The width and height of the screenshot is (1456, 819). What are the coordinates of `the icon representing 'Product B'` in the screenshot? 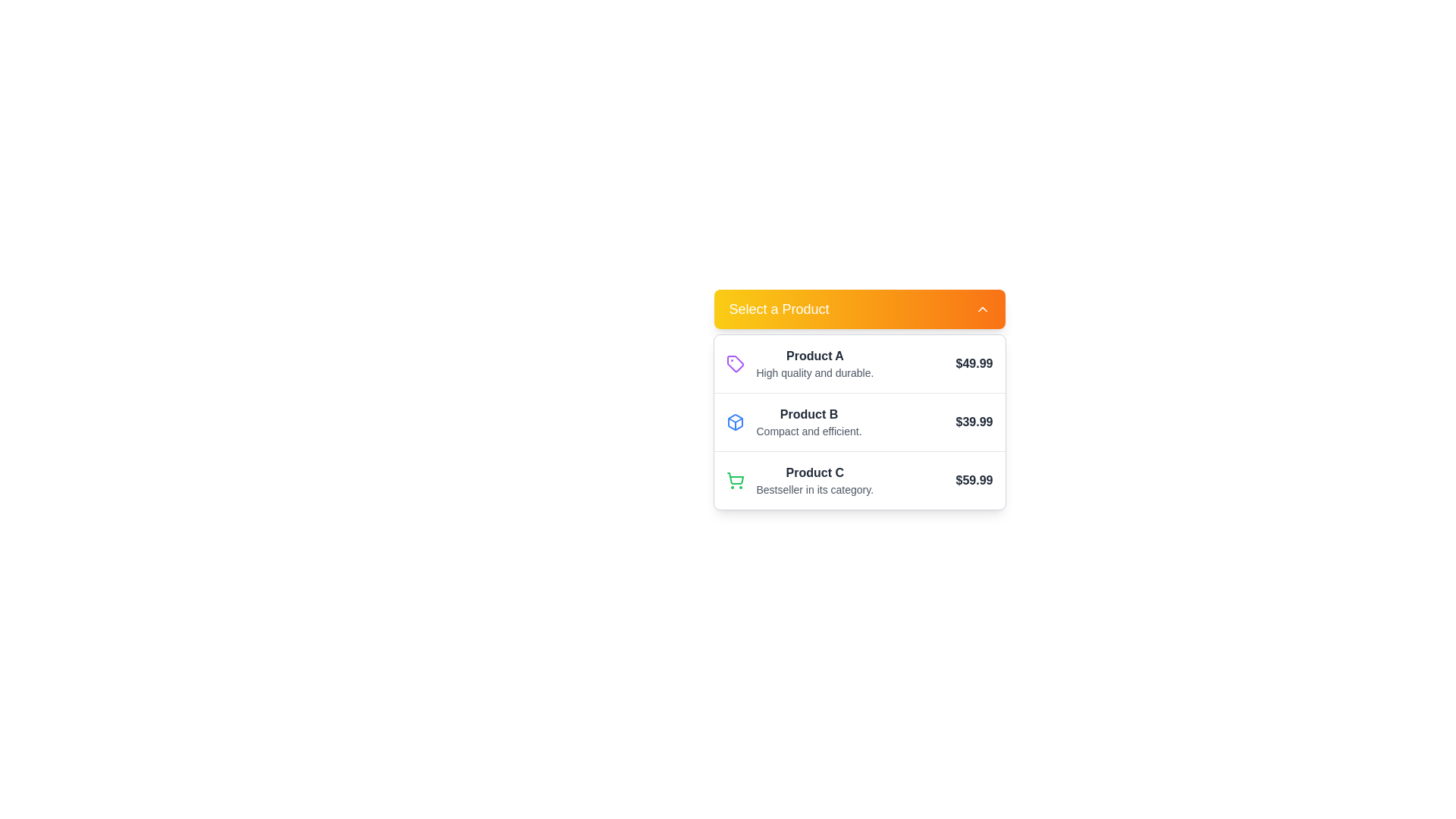 It's located at (735, 422).